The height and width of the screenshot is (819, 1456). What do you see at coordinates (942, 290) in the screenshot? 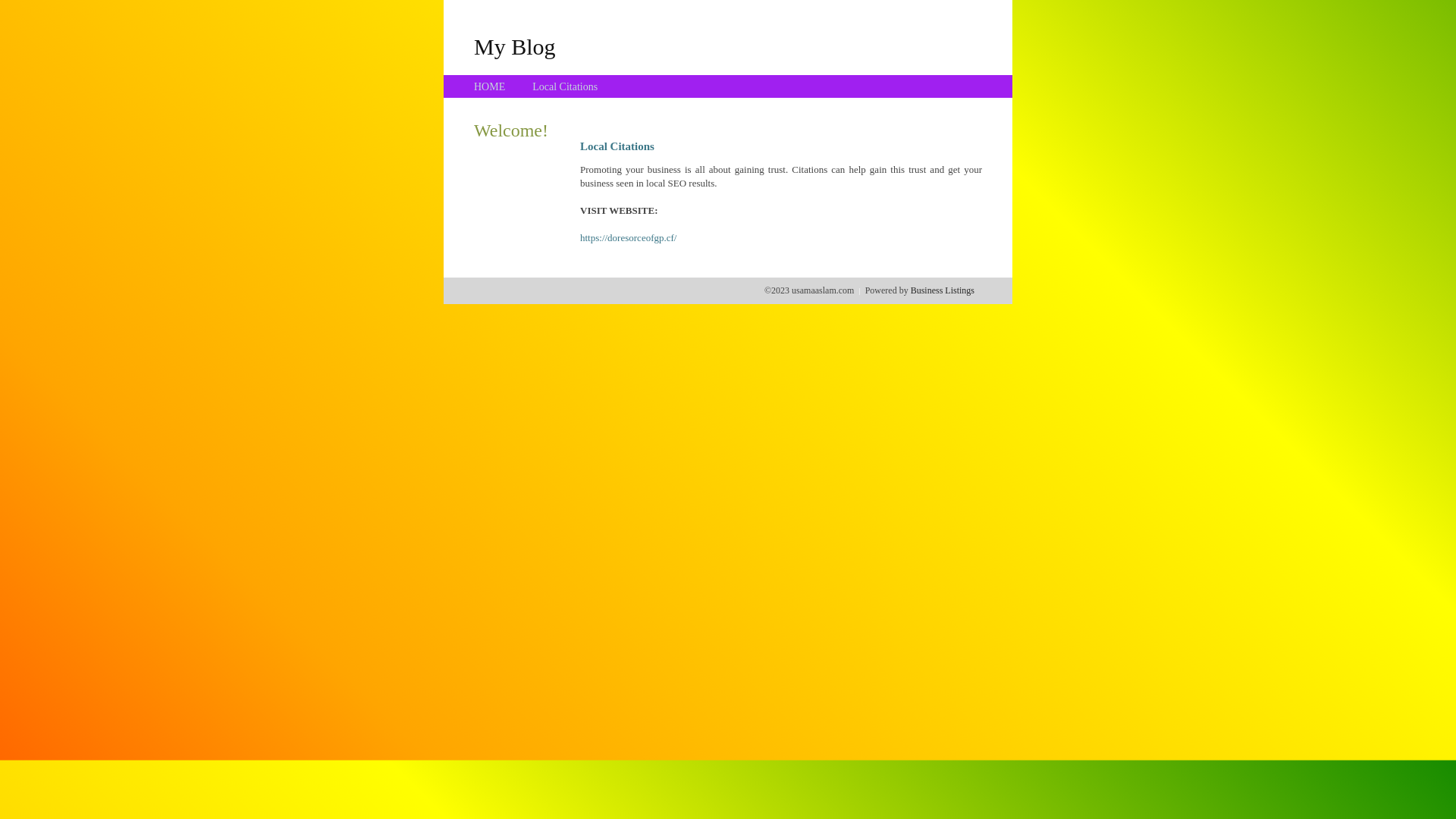
I see `'Business Listings'` at bounding box center [942, 290].